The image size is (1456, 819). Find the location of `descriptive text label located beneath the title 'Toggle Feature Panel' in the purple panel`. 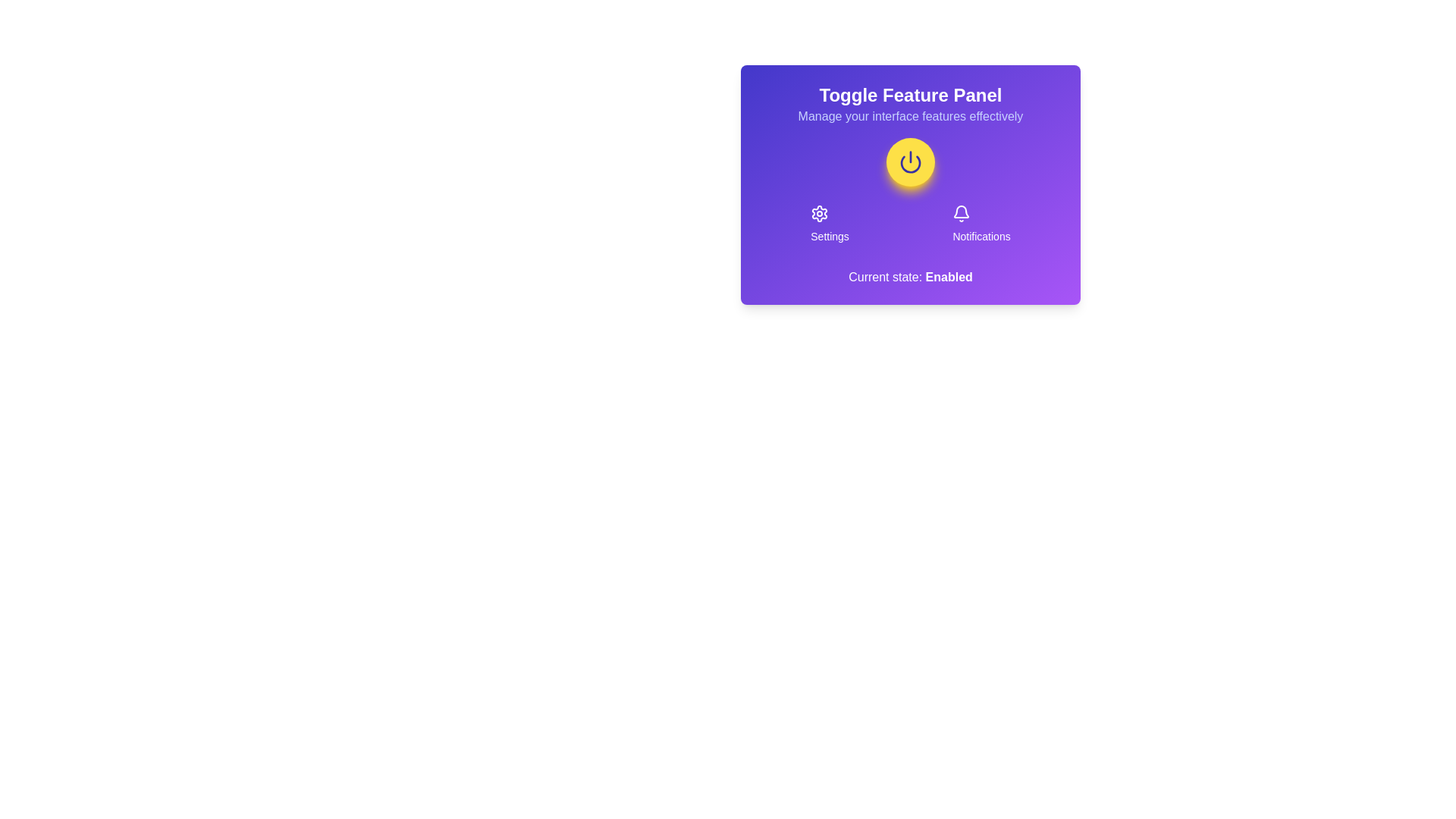

descriptive text label located beneath the title 'Toggle Feature Panel' in the purple panel is located at coordinates (910, 116).